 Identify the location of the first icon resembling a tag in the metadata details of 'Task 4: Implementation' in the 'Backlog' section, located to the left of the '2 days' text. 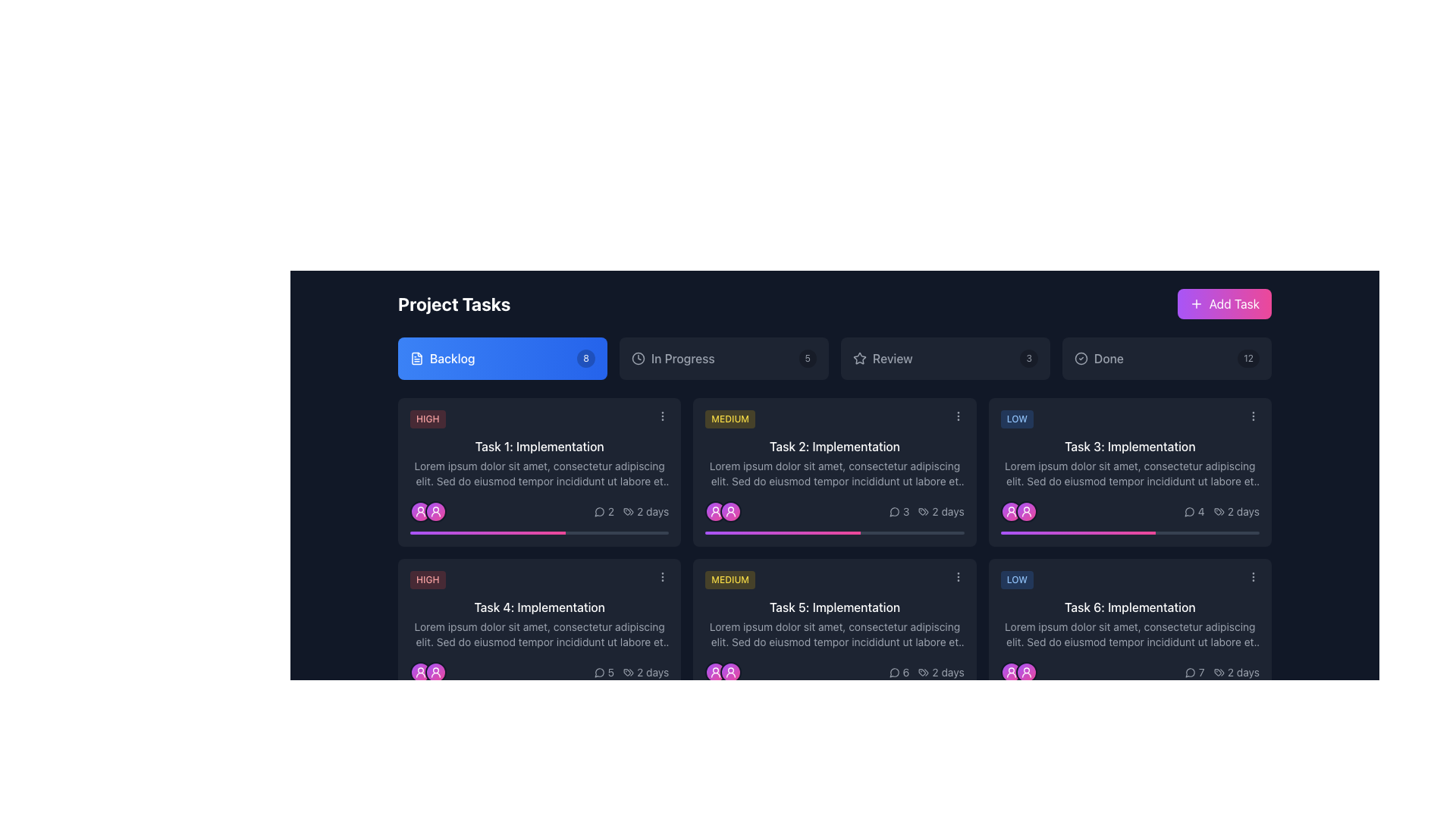
(629, 672).